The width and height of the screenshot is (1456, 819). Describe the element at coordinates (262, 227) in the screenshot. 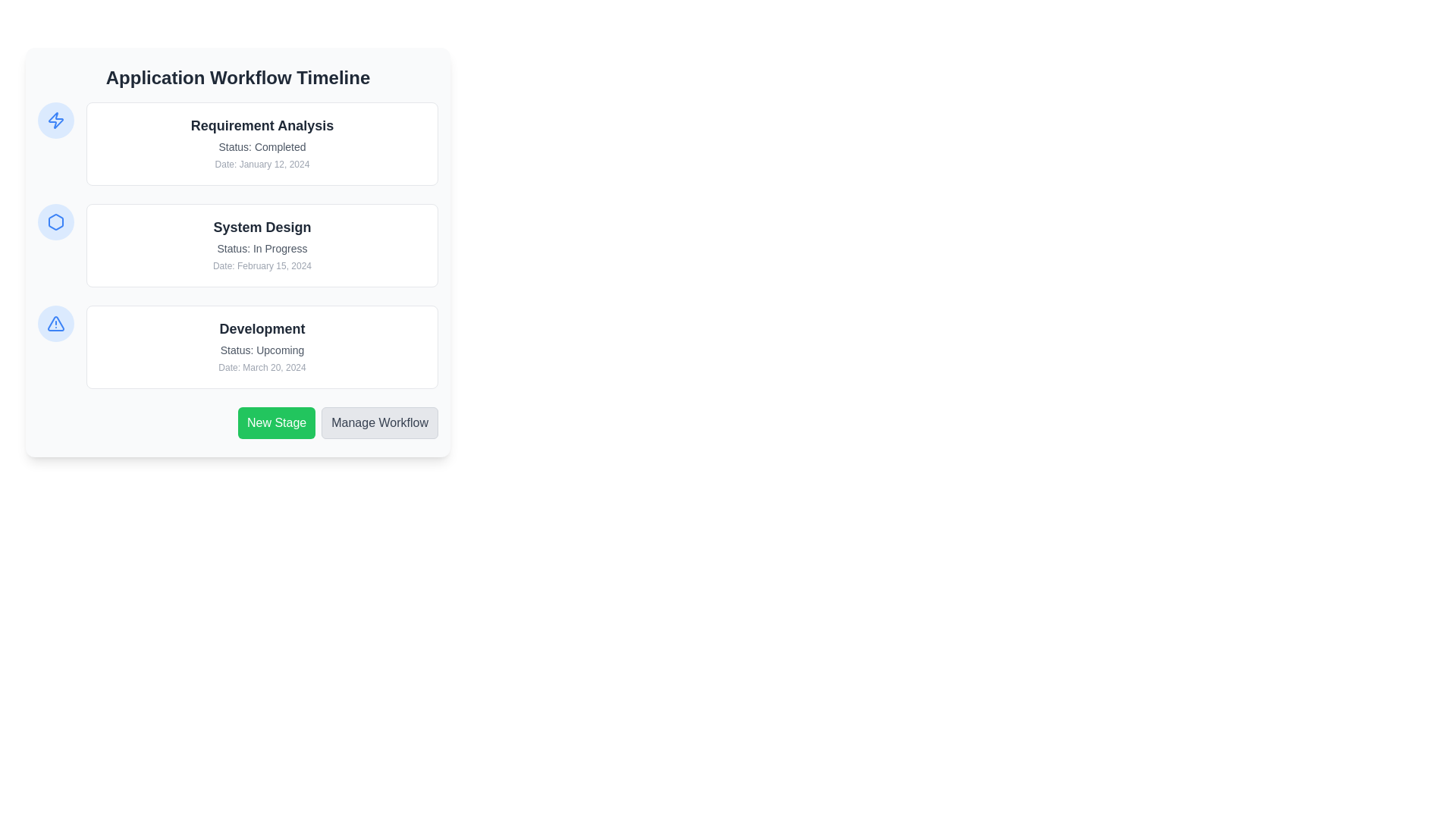

I see `the text element displaying 'System Design', which is styled in bold and larger font, located at the top-middle of its card` at that location.